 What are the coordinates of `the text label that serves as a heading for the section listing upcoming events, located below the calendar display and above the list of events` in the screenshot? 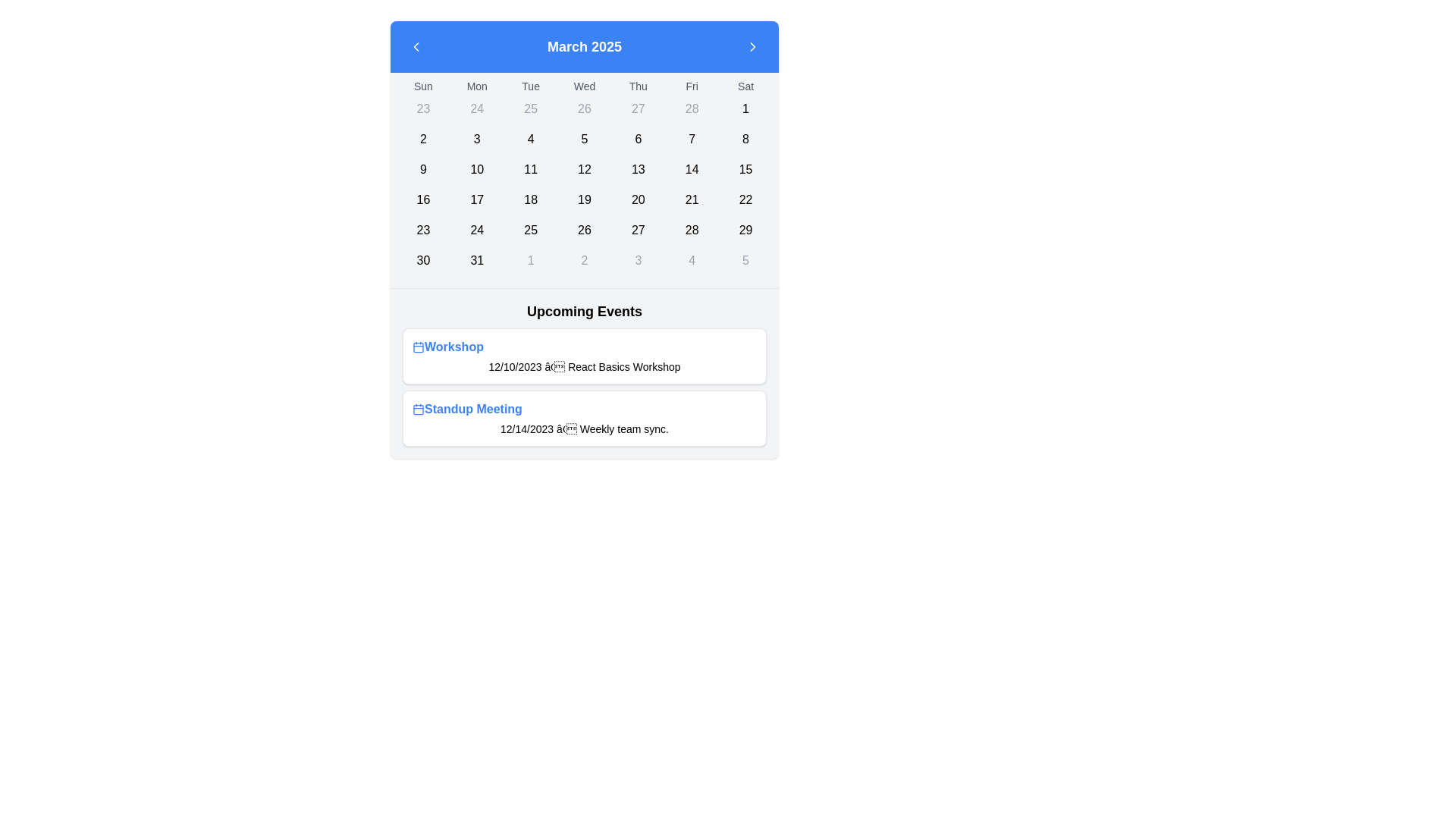 It's located at (584, 311).